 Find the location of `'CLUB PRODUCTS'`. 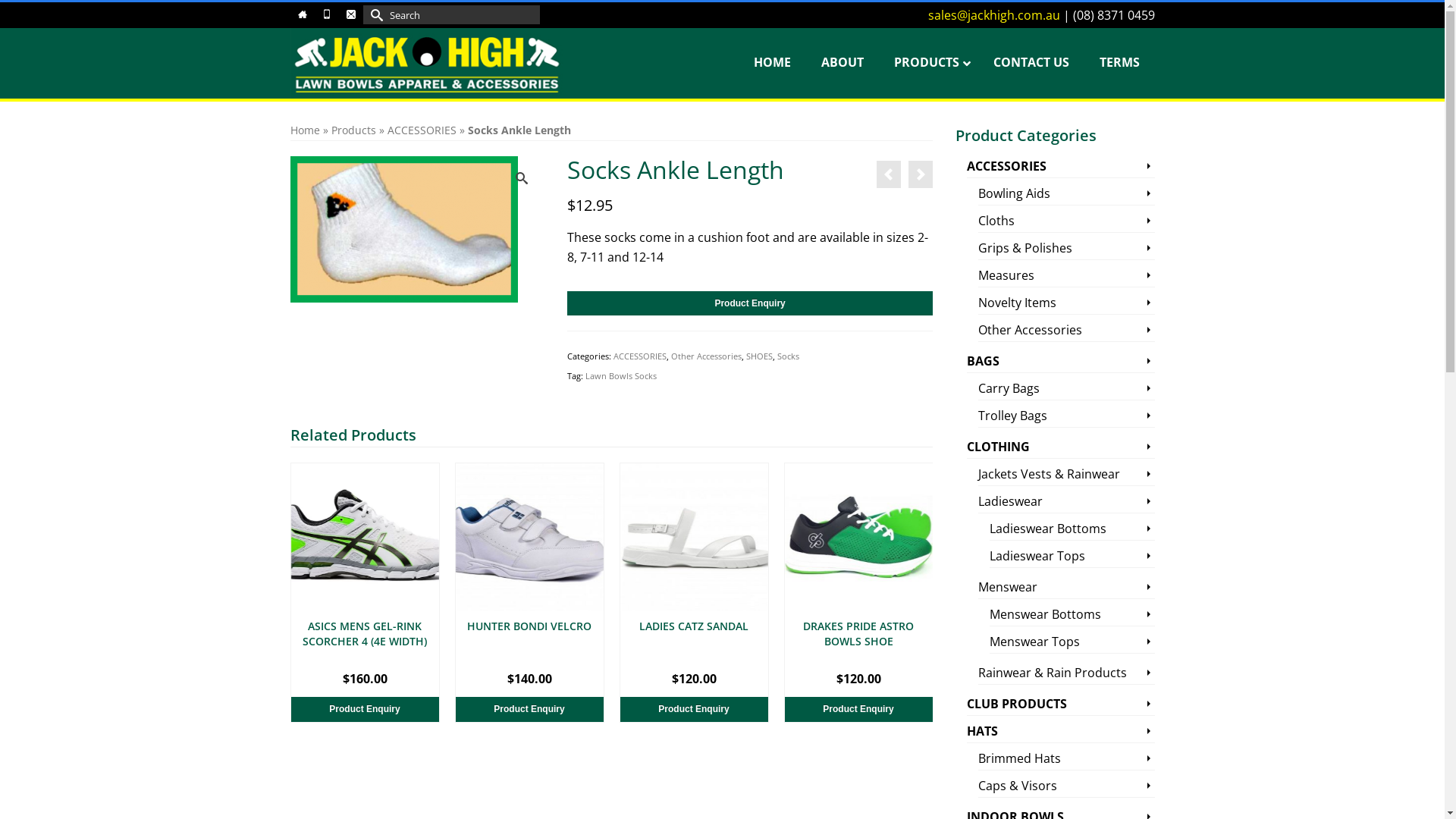

'CLUB PRODUCTS' is located at coordinates (1059, 704).